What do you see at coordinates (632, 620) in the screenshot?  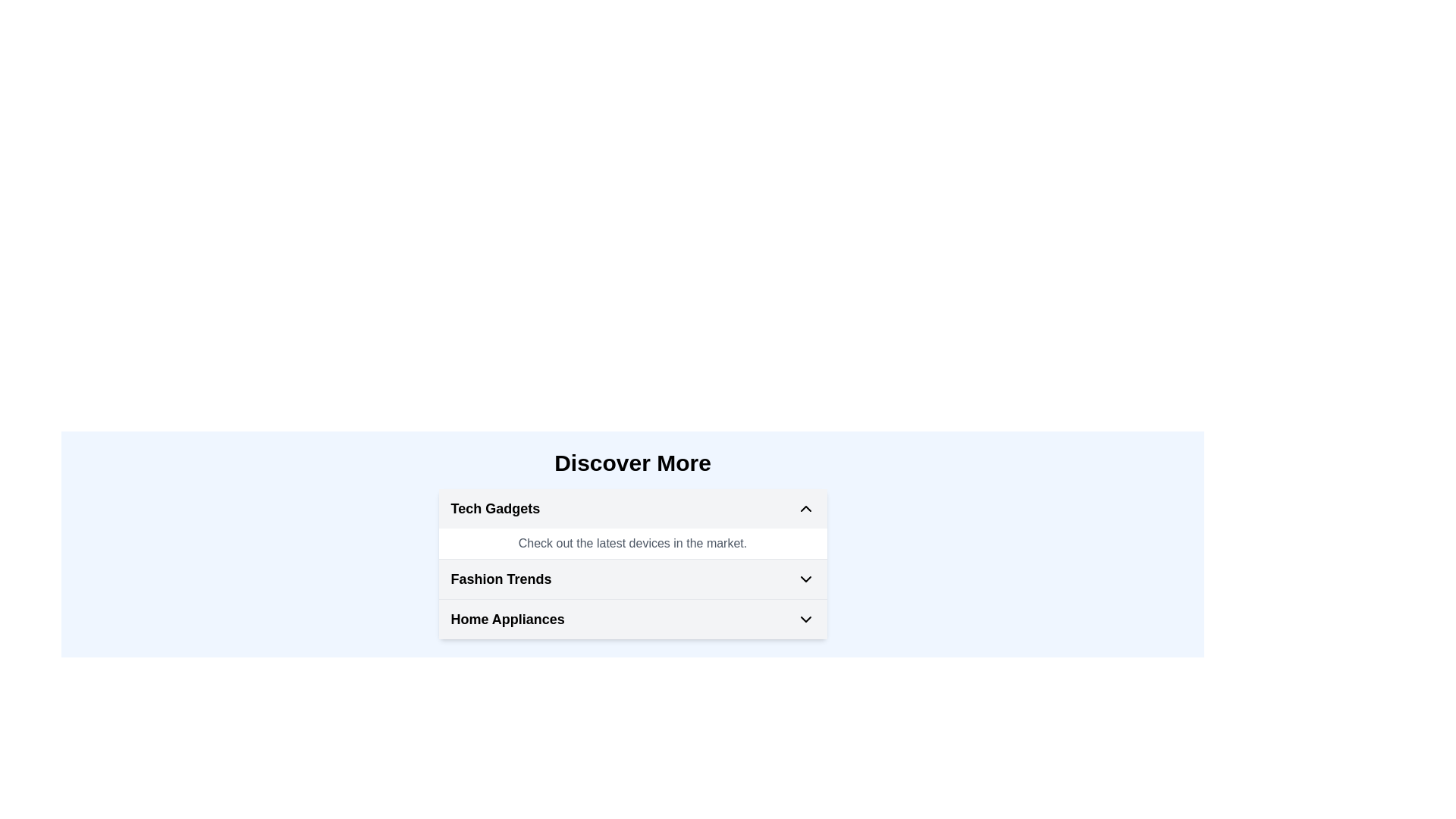 I see `the 'Home Appliances' collapsible list item` at bounding box center [632, 620].